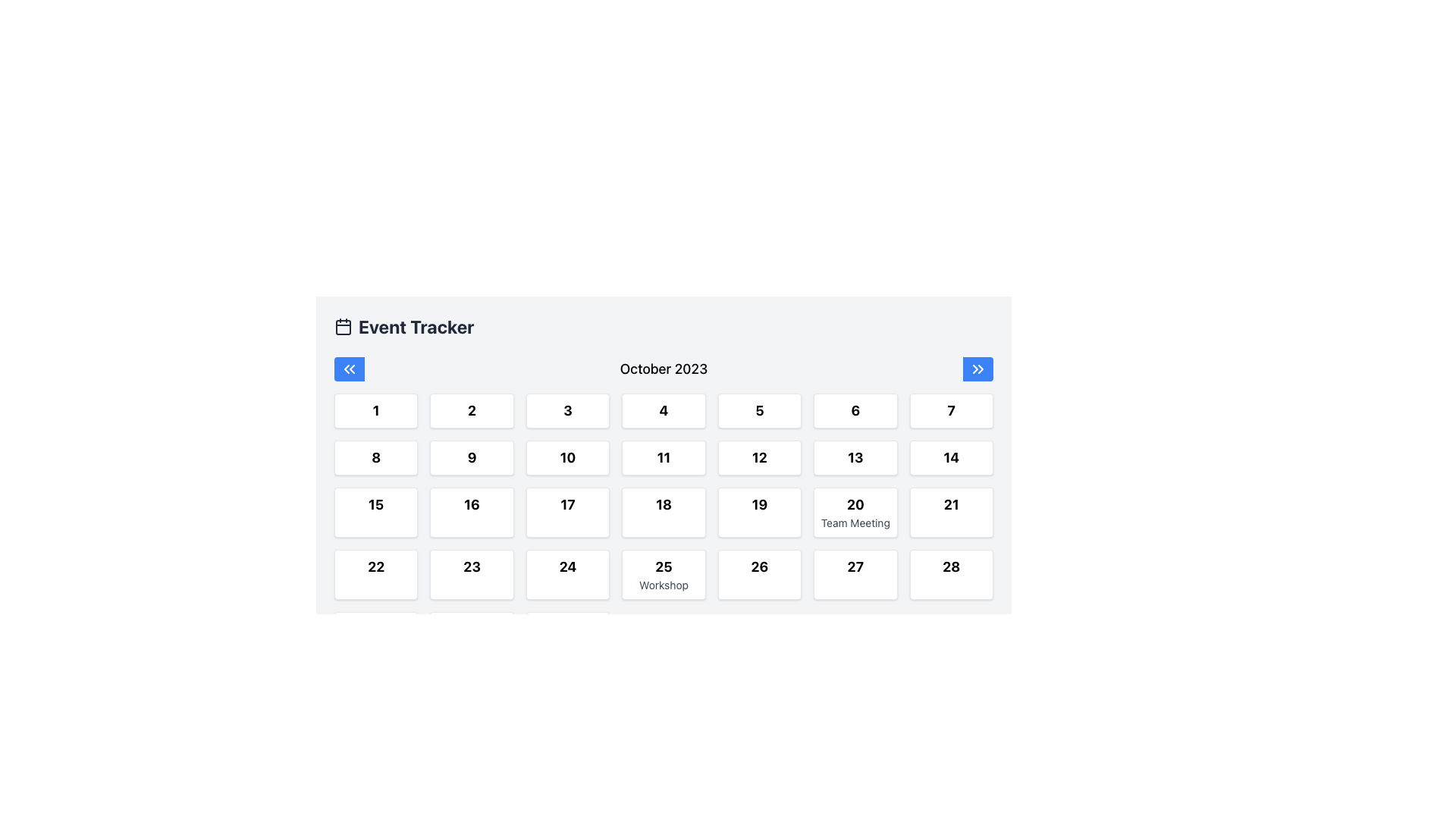 The image size is (1456, 819). I want to click on the button displaying the number '26', so click(759, 567).